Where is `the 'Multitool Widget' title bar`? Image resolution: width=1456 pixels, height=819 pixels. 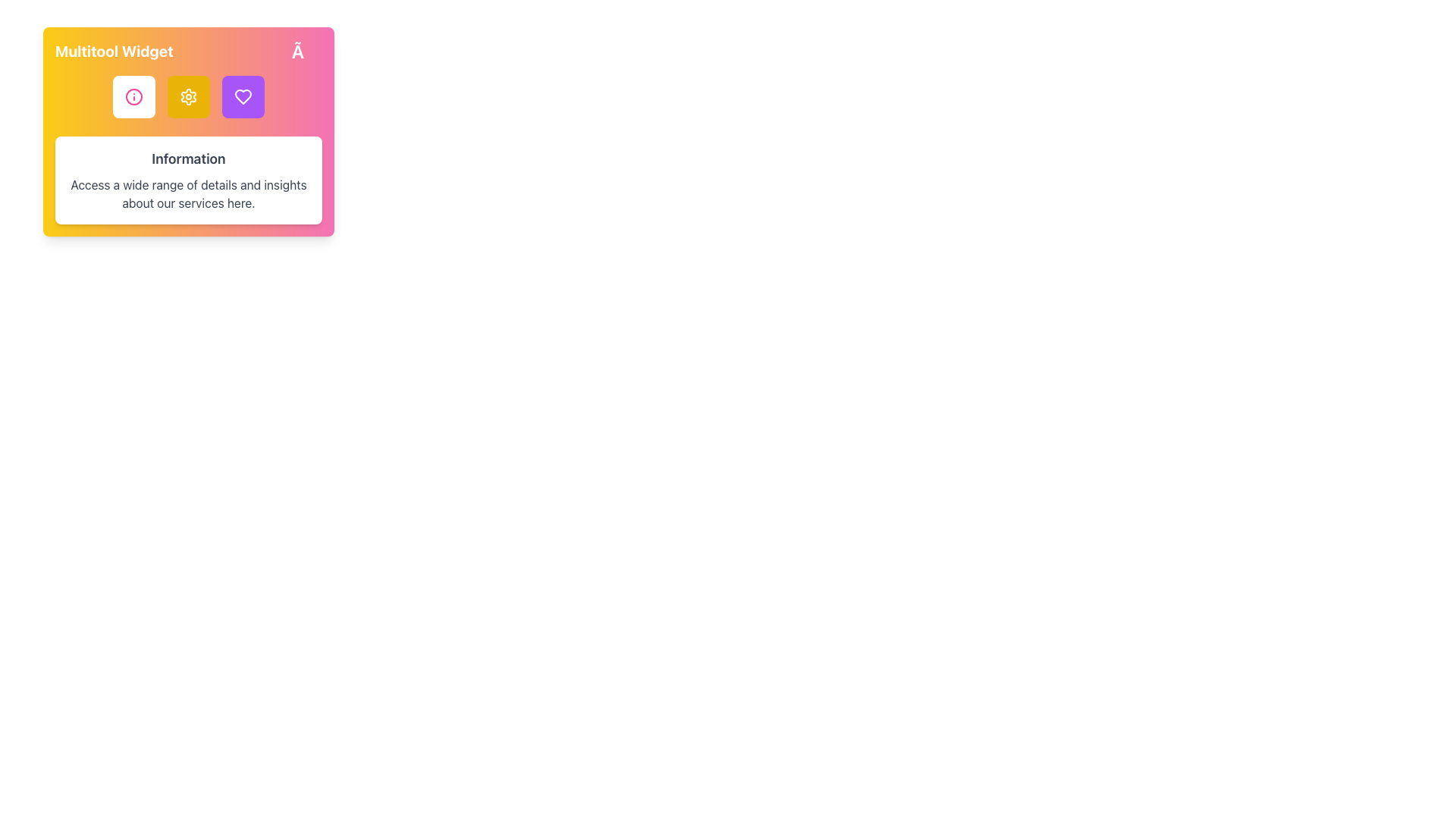
the 'Multitool Widget' title bar is located at coordinates (188, 51).